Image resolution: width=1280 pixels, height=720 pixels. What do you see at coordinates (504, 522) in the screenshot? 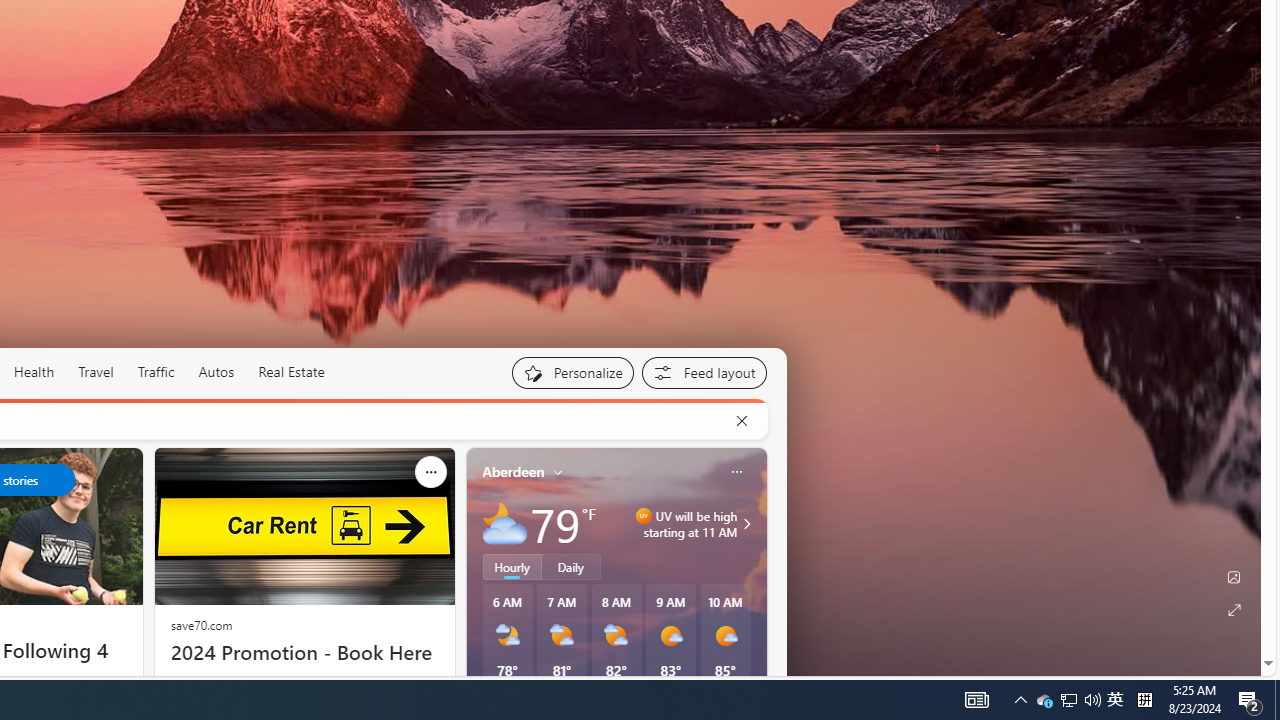
I see `'Mostly cloudy'` at bounding box center [504, 522].